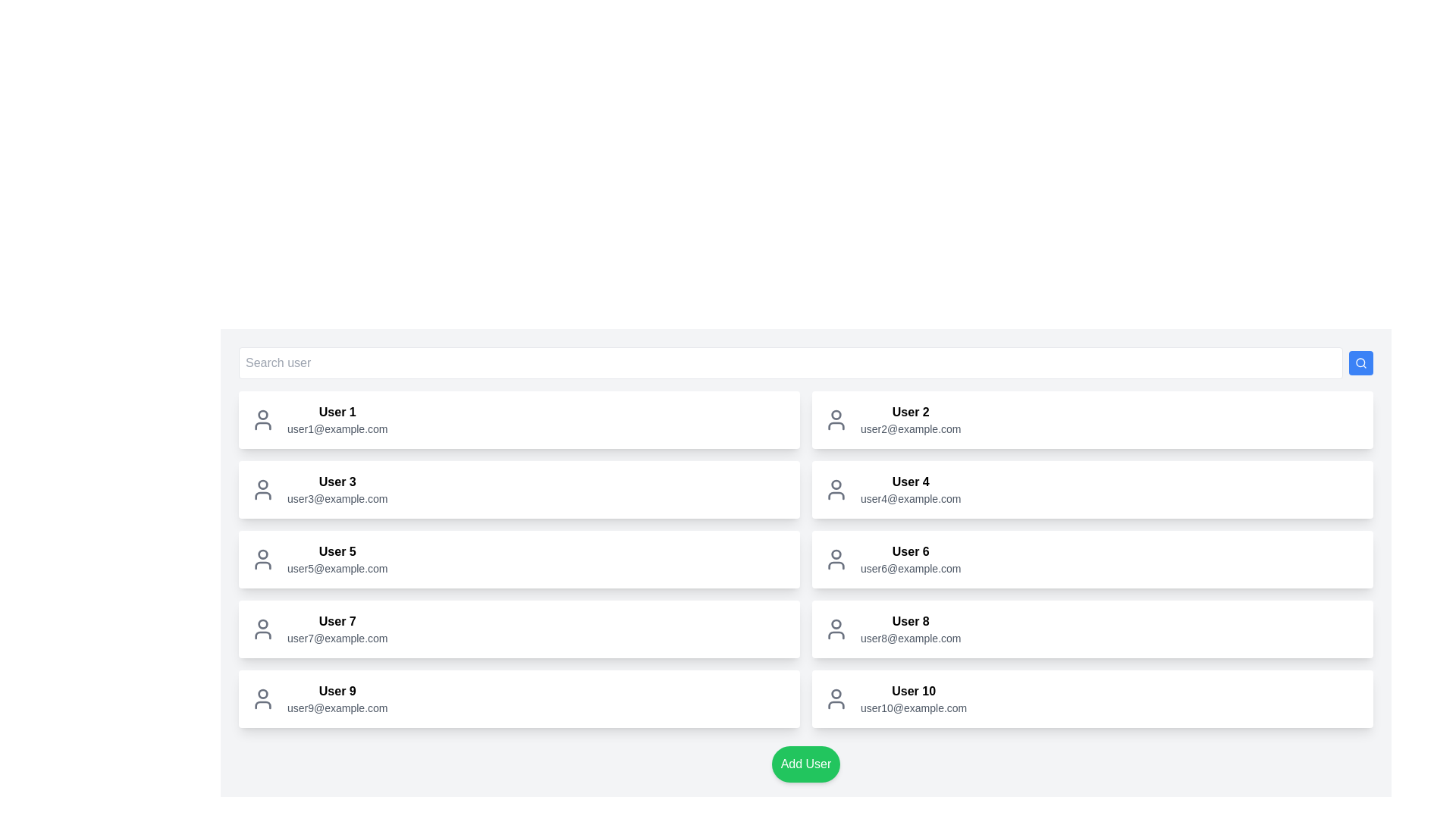 The height and width of the screenshot is (819, 1456). Describe the element at coordinates (910, 622) in the screenshot. I see `the text label displaying 'User 8' which is bold and positioned in the fourth row of the user card grid, located in the right column` at that location.